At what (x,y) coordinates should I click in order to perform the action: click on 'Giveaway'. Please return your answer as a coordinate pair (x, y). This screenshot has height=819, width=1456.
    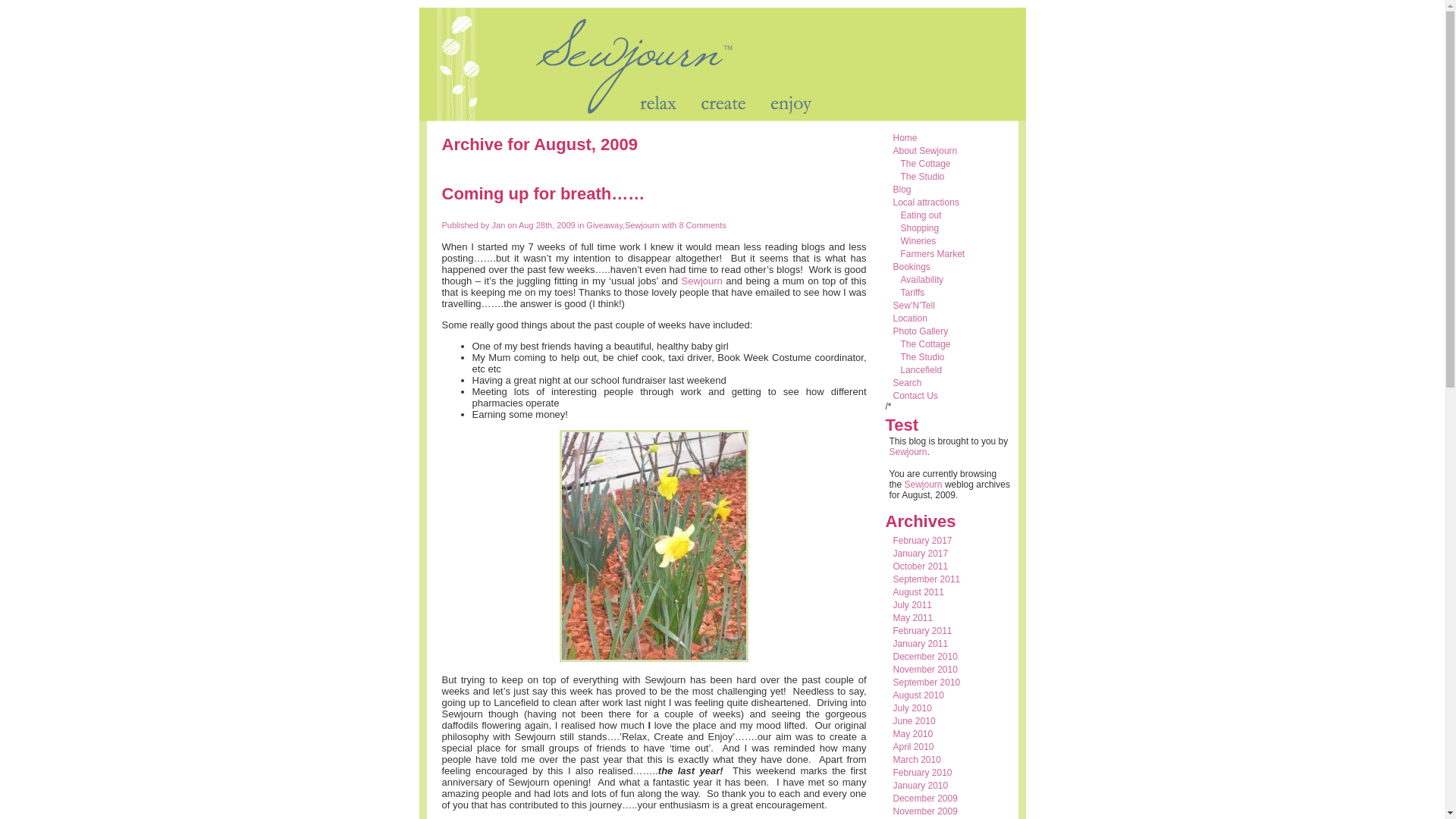
    Looking at the image, I should click on (603, 225).